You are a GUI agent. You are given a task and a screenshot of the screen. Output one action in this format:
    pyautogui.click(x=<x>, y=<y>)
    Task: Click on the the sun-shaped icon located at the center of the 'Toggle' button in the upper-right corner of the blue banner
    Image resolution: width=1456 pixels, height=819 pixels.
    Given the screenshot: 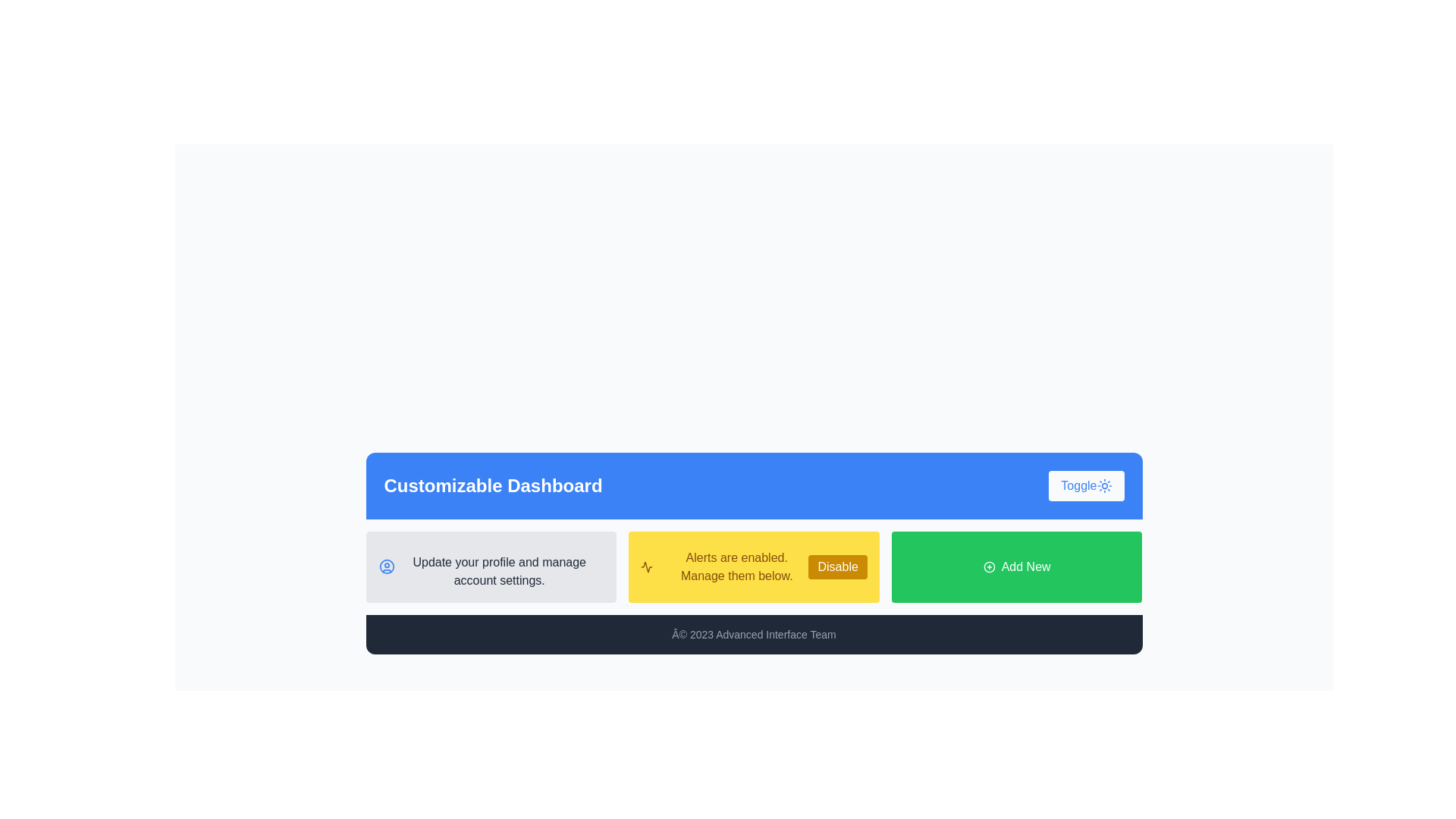 What is the action you would take?
    pyautogui.click(x=1104, y=485)
    